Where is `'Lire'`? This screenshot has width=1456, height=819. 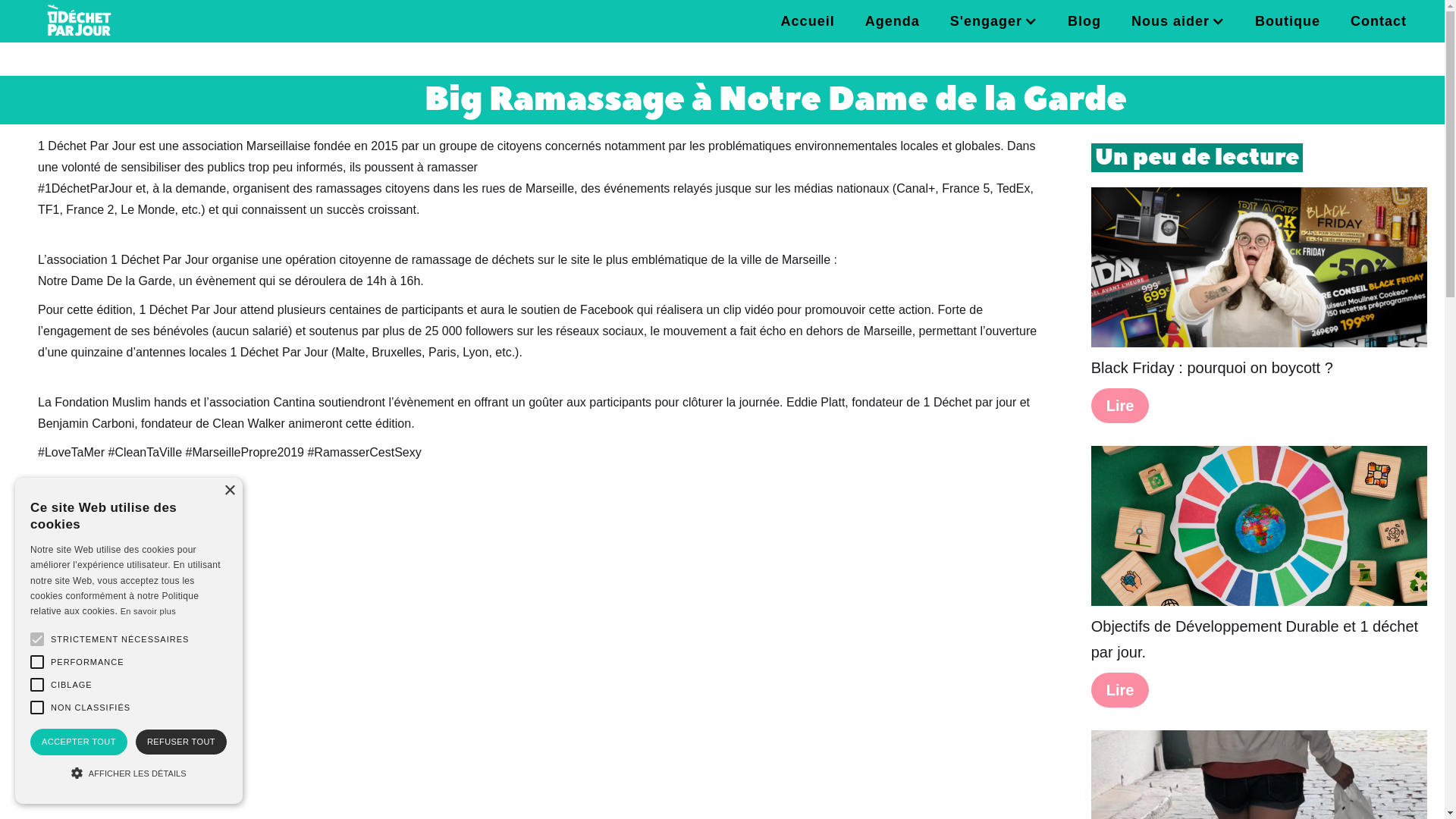
'Lire' is located at coordinates (1120, 690).